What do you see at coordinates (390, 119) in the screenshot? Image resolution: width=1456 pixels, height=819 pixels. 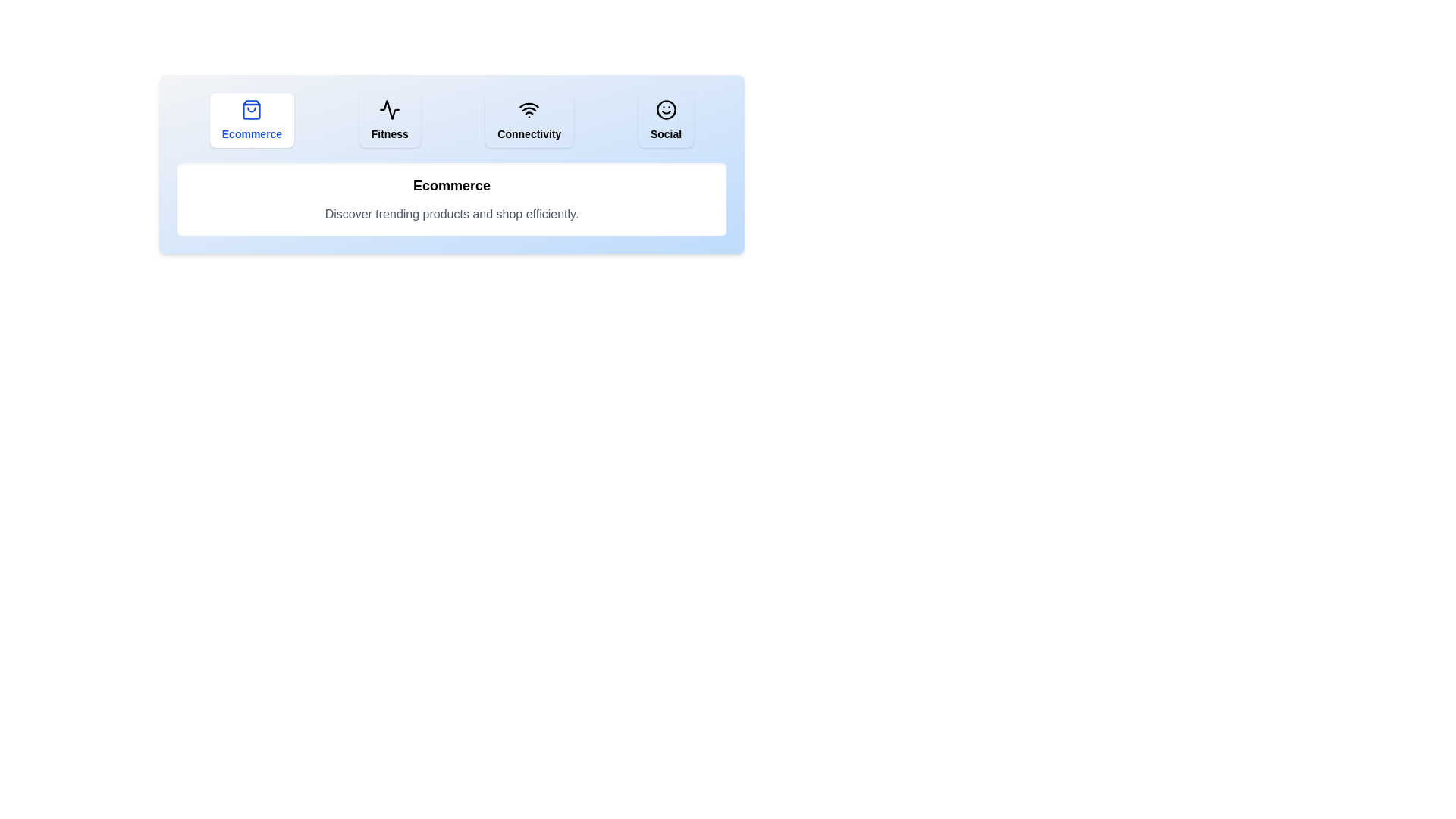 I see `the tab labeled Fitness to observe its hover effect` at bounding box center [390, 119].